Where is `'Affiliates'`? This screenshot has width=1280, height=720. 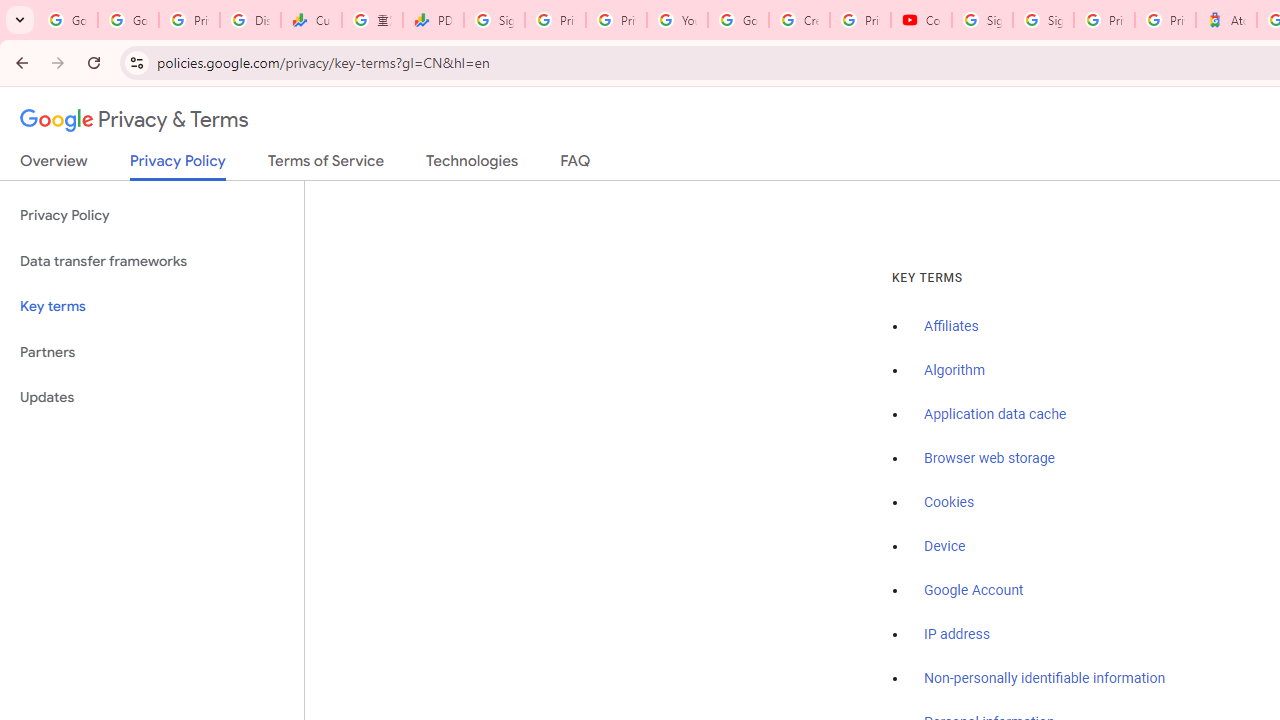 'Affiliates' is located at coordinates (950, 326).